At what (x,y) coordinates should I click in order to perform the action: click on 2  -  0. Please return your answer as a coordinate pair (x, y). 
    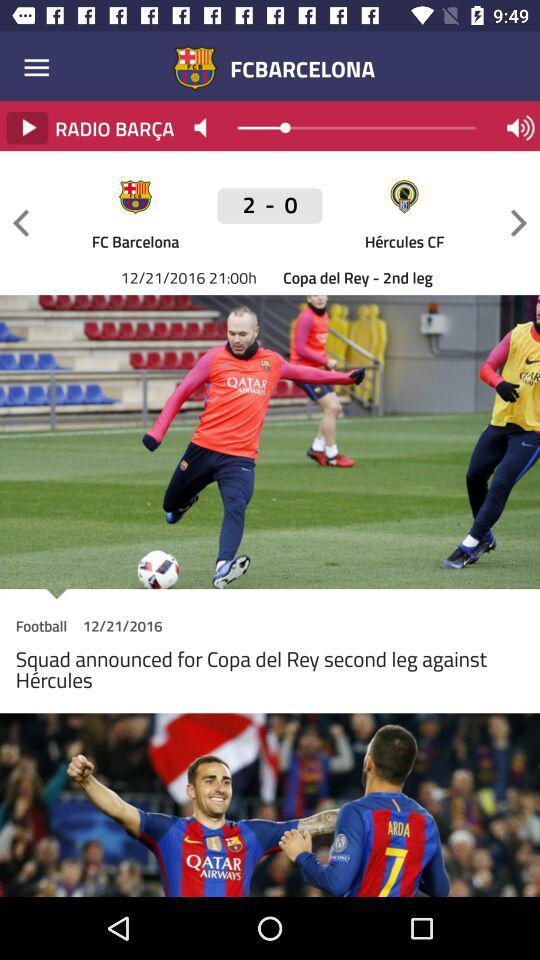
    Looking at the image, I should click on (270, 206).